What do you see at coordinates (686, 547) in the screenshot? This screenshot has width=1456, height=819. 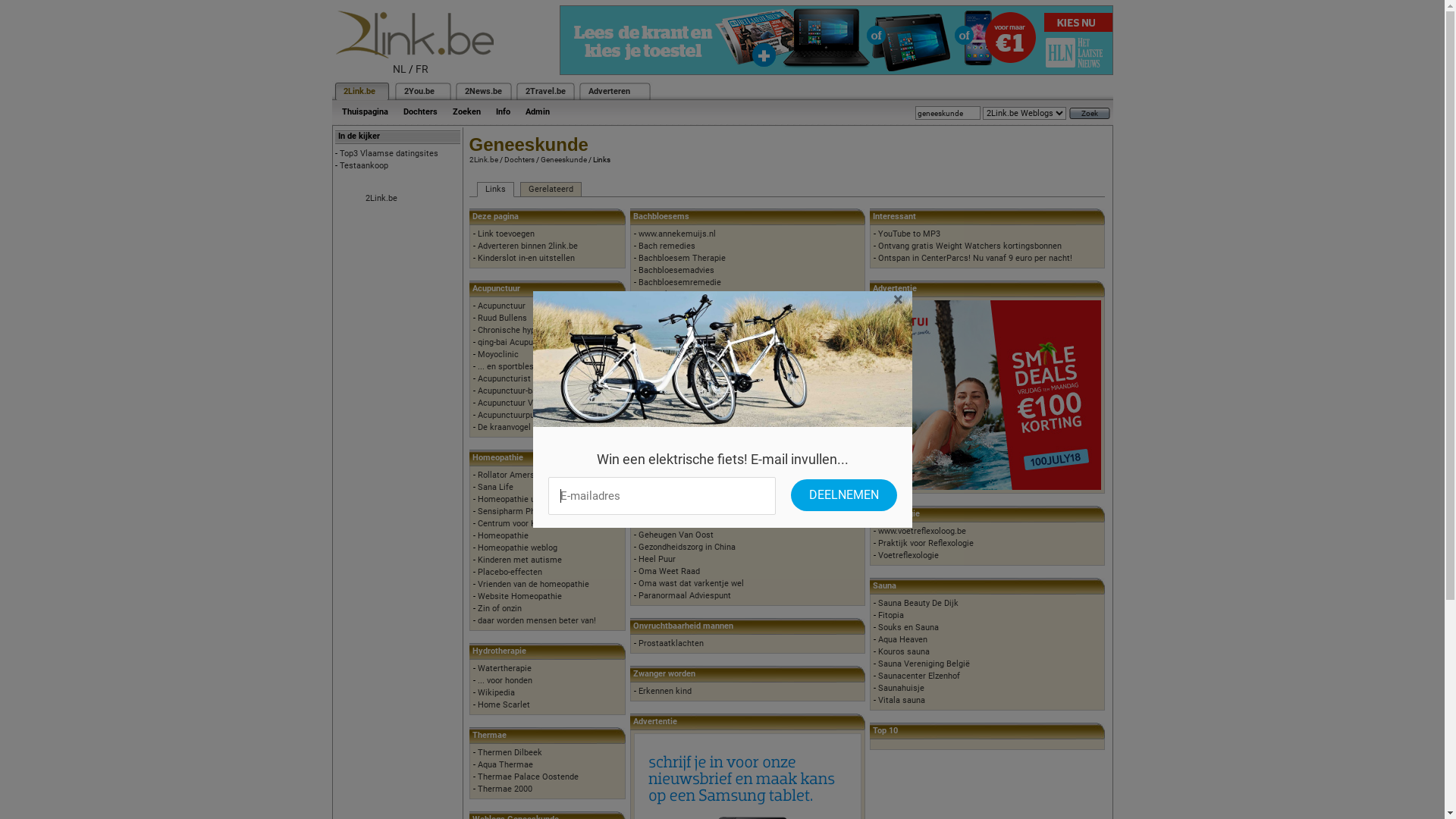 I see `'Gezondheidszorg in China'` at bounding box center [686, 547].